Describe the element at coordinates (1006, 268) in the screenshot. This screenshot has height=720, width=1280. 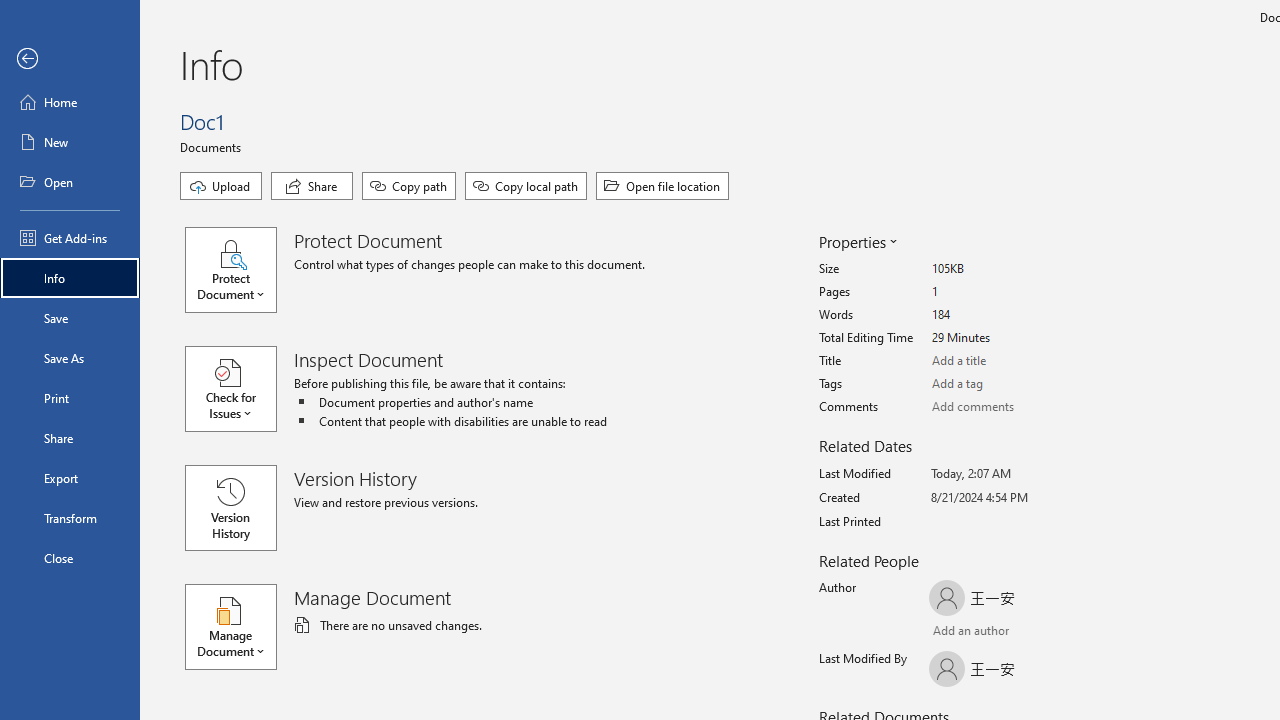
I see `'Size'` at that location.